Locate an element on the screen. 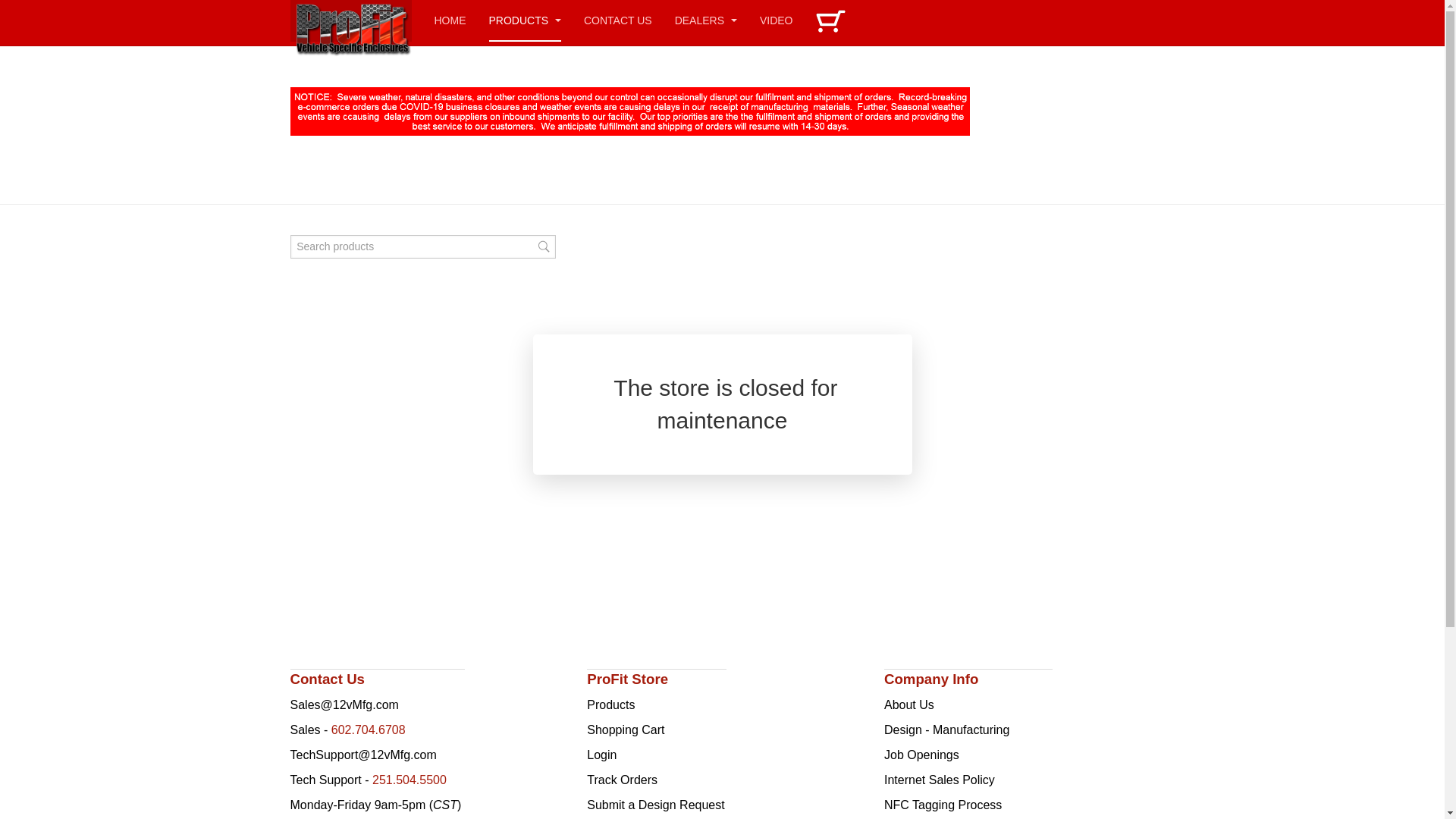 This screenshot has height=819, width=1456. 'ProFit Sub Enclosures' is located at coordinates (290, 20).